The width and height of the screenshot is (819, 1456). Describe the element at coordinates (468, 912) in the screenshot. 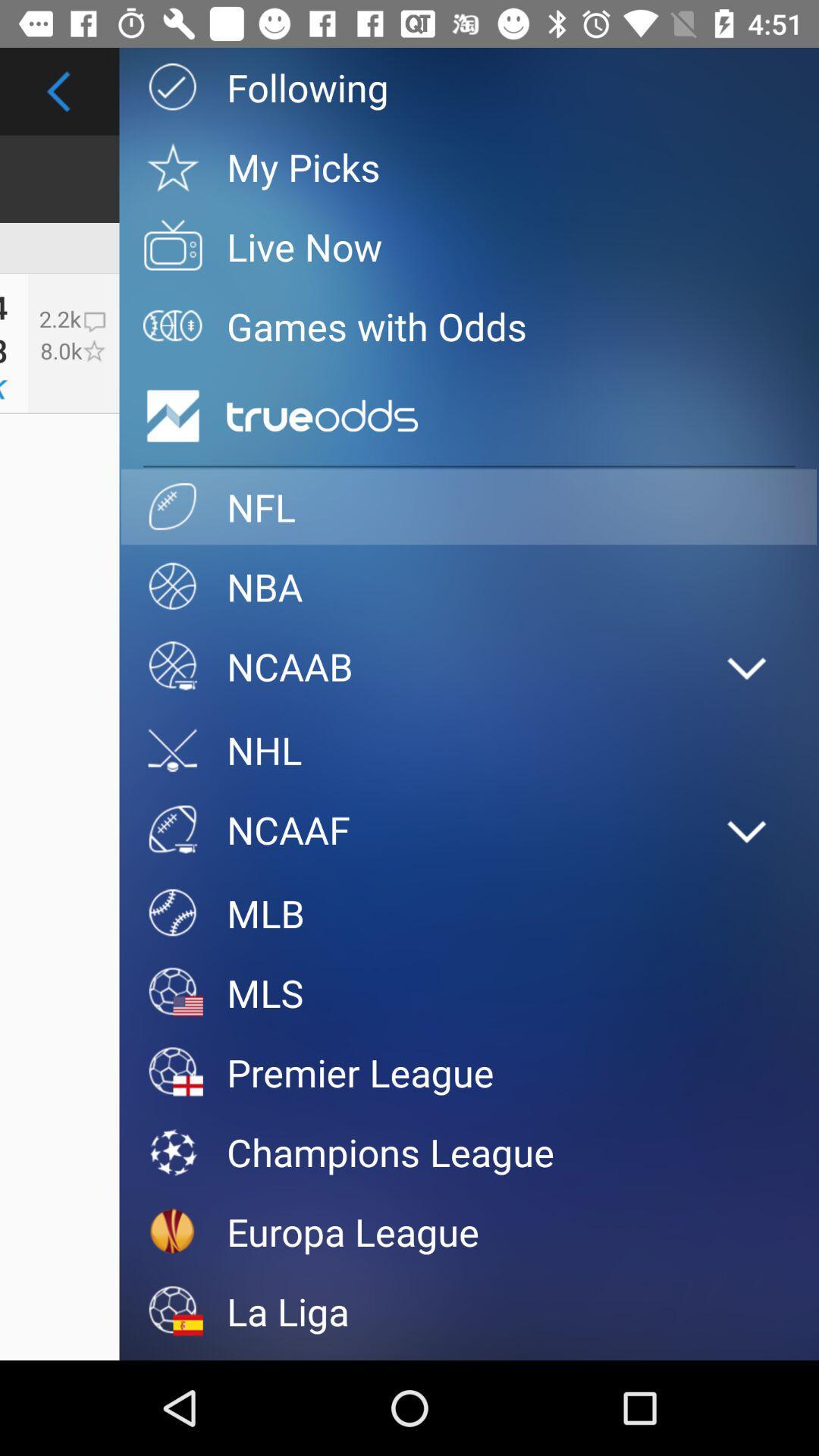

I see `the mlb item` at that location.